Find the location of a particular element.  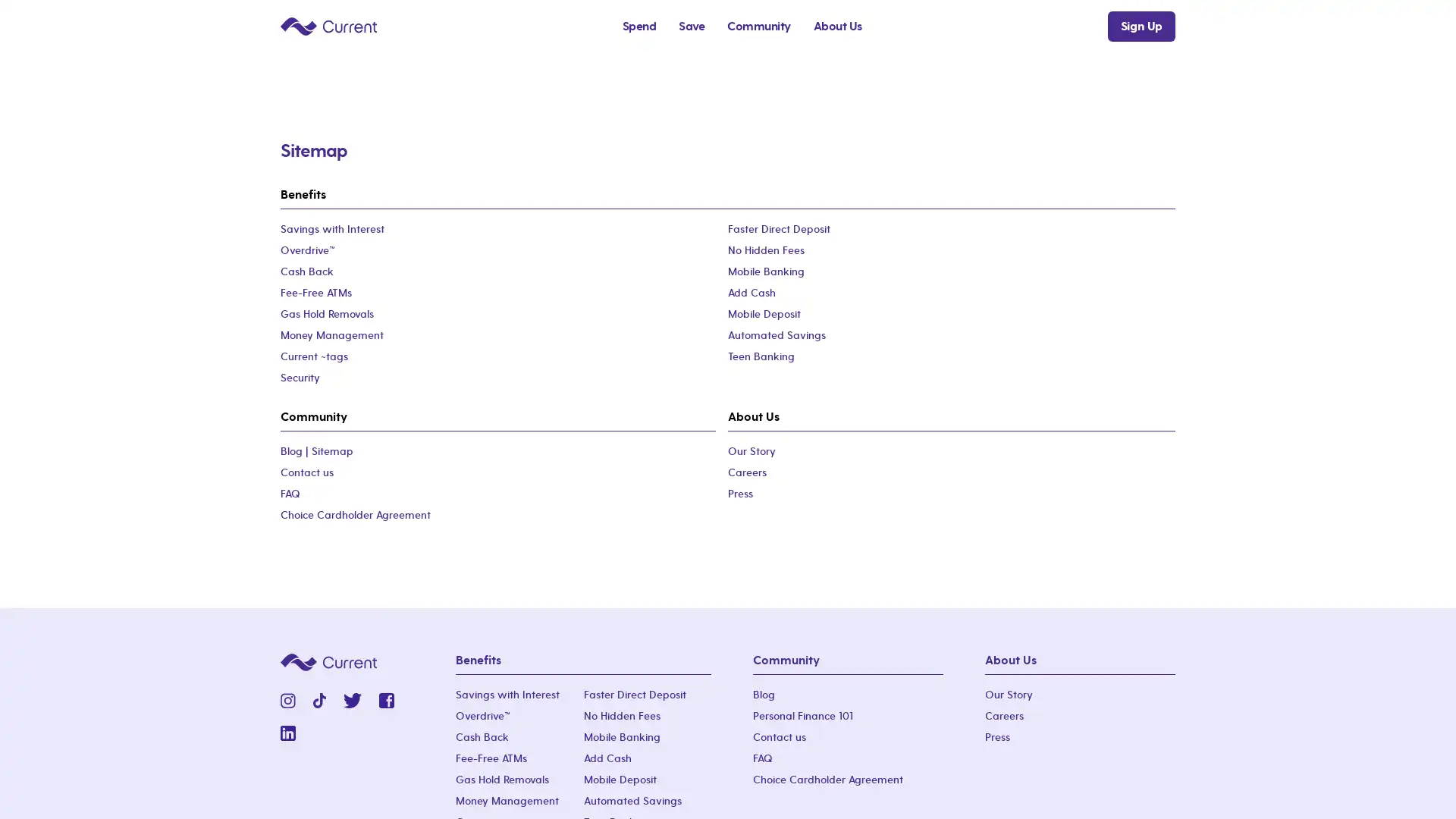

Careers is located at coordinates (1004, 717).